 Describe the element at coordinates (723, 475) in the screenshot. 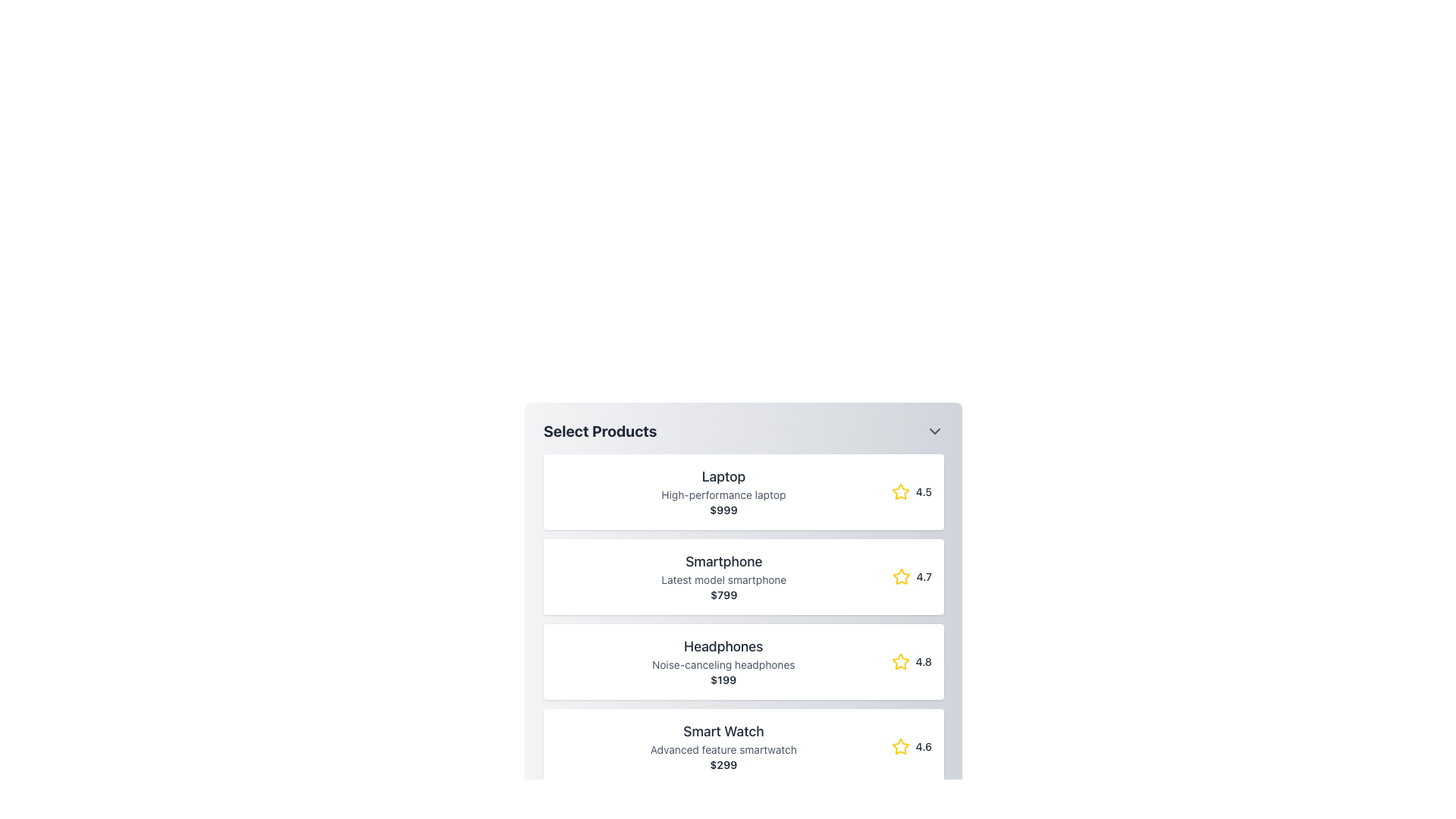

I see `the label that identifies the product in the first product card, located at the top center of the product list item` at that location.